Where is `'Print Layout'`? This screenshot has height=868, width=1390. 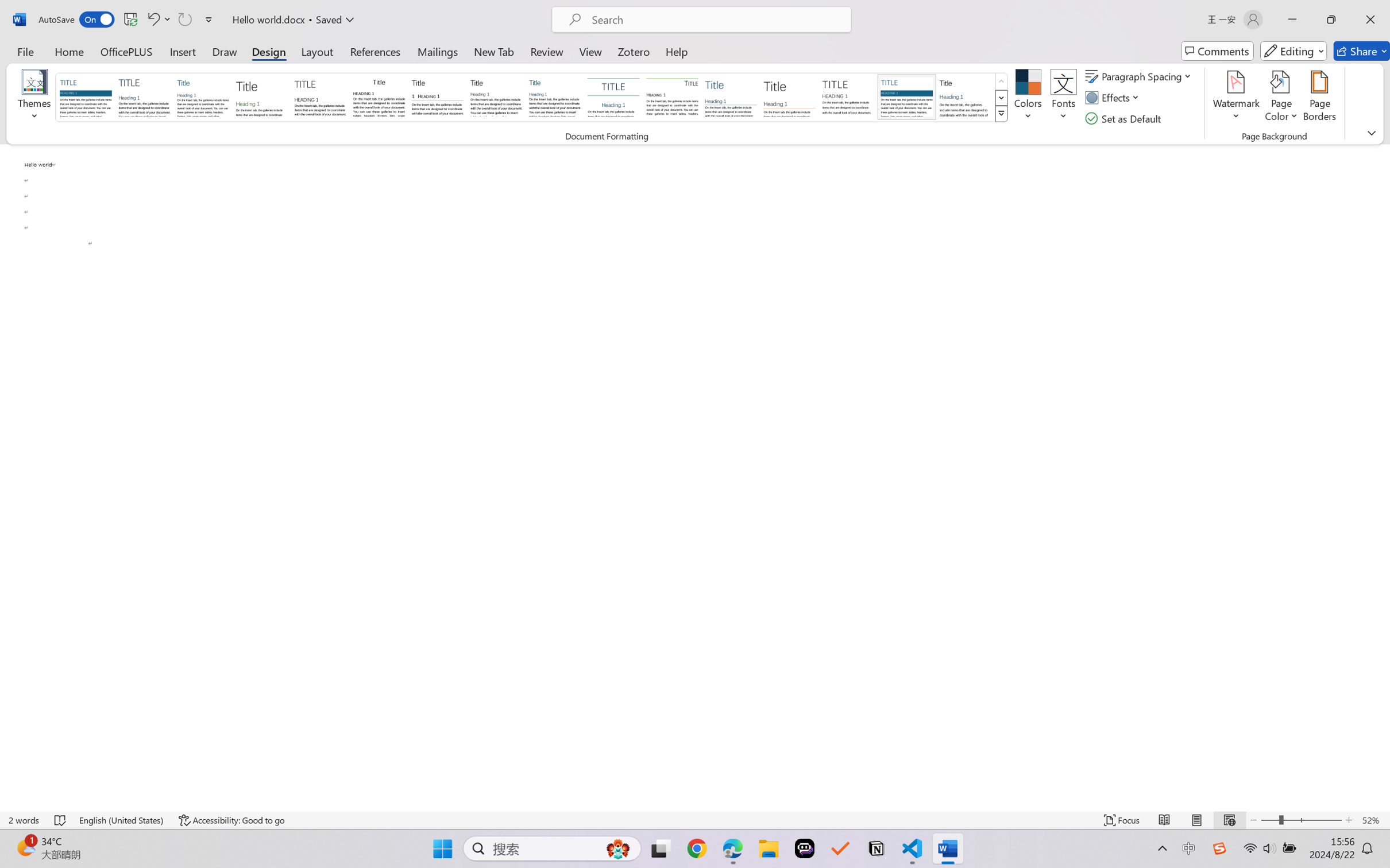
'Print Layout' is located at coordinates (1196, 820).